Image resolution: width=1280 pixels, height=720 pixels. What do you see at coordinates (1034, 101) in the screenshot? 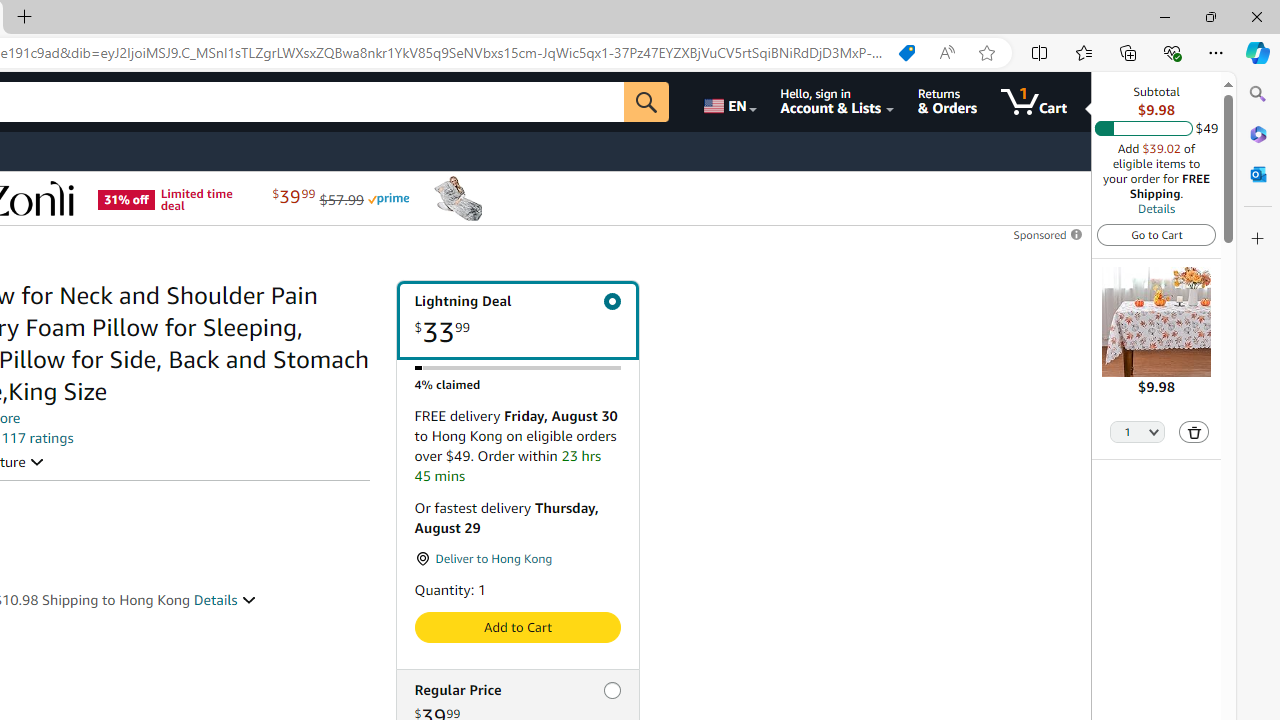
I see `'1 item in cart'` at bounding box center [1034, 101].